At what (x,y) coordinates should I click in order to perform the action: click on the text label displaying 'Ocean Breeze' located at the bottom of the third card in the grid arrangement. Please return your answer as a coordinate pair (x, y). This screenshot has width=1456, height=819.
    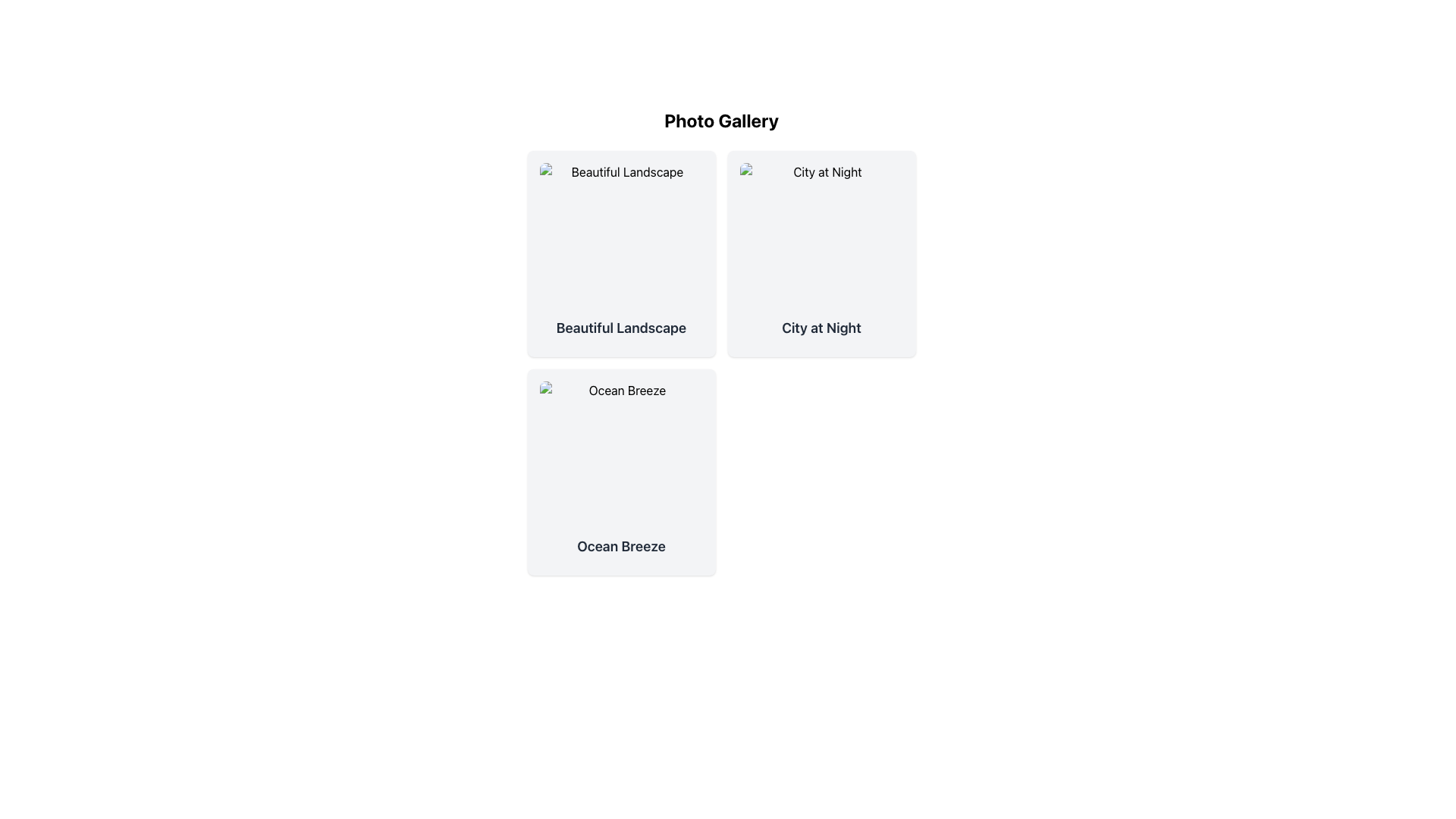
    Looking at the image, I should click on (621, 547).